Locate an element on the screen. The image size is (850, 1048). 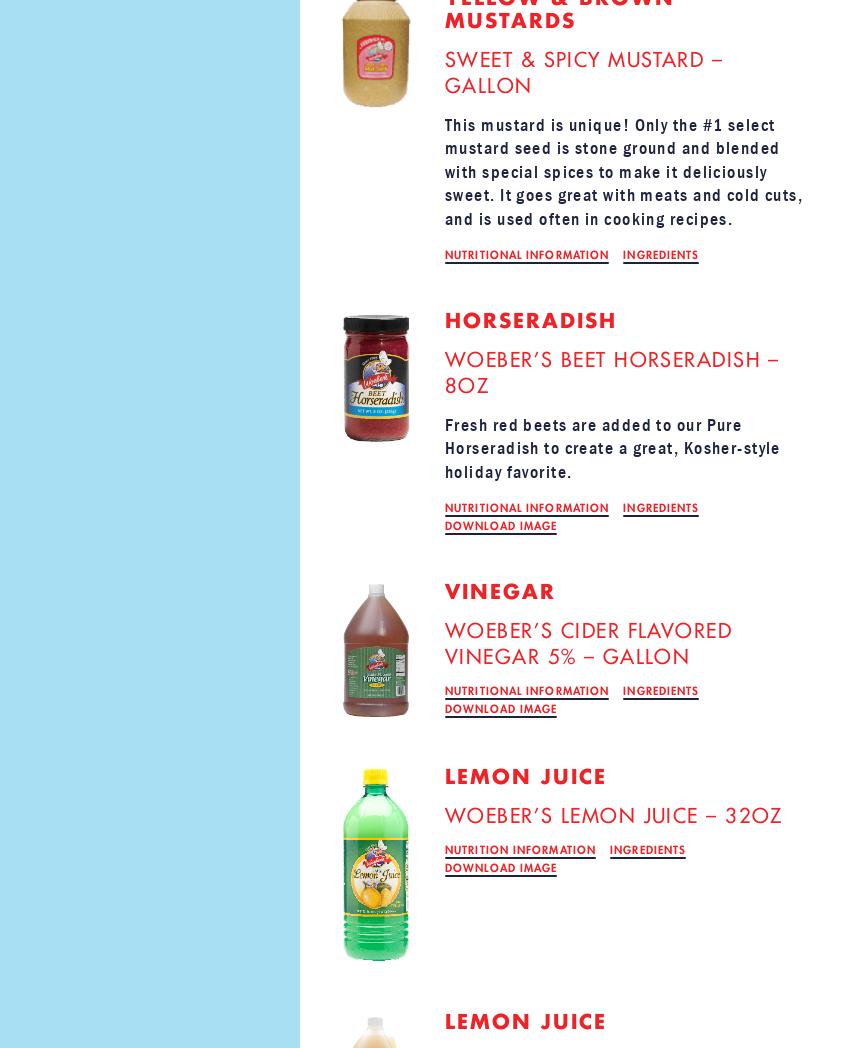
'Sweet & Spicy Mustard – GALLON' is located at coordinates (443, 73).